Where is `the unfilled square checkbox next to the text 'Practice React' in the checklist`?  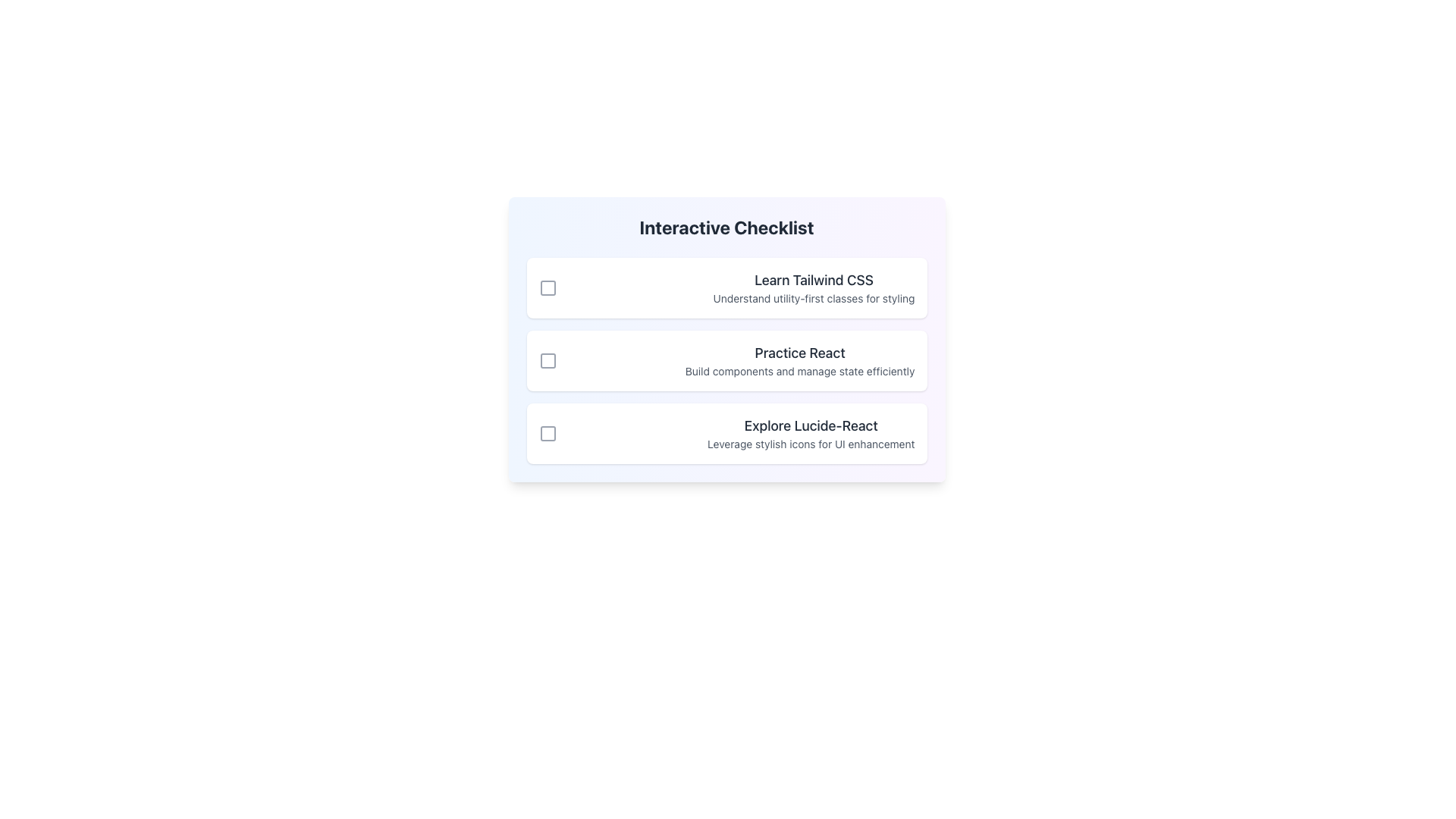
the unfilled square checkbox next to the text 'Practice React' in the checklist is located at coordinates (547, 360).